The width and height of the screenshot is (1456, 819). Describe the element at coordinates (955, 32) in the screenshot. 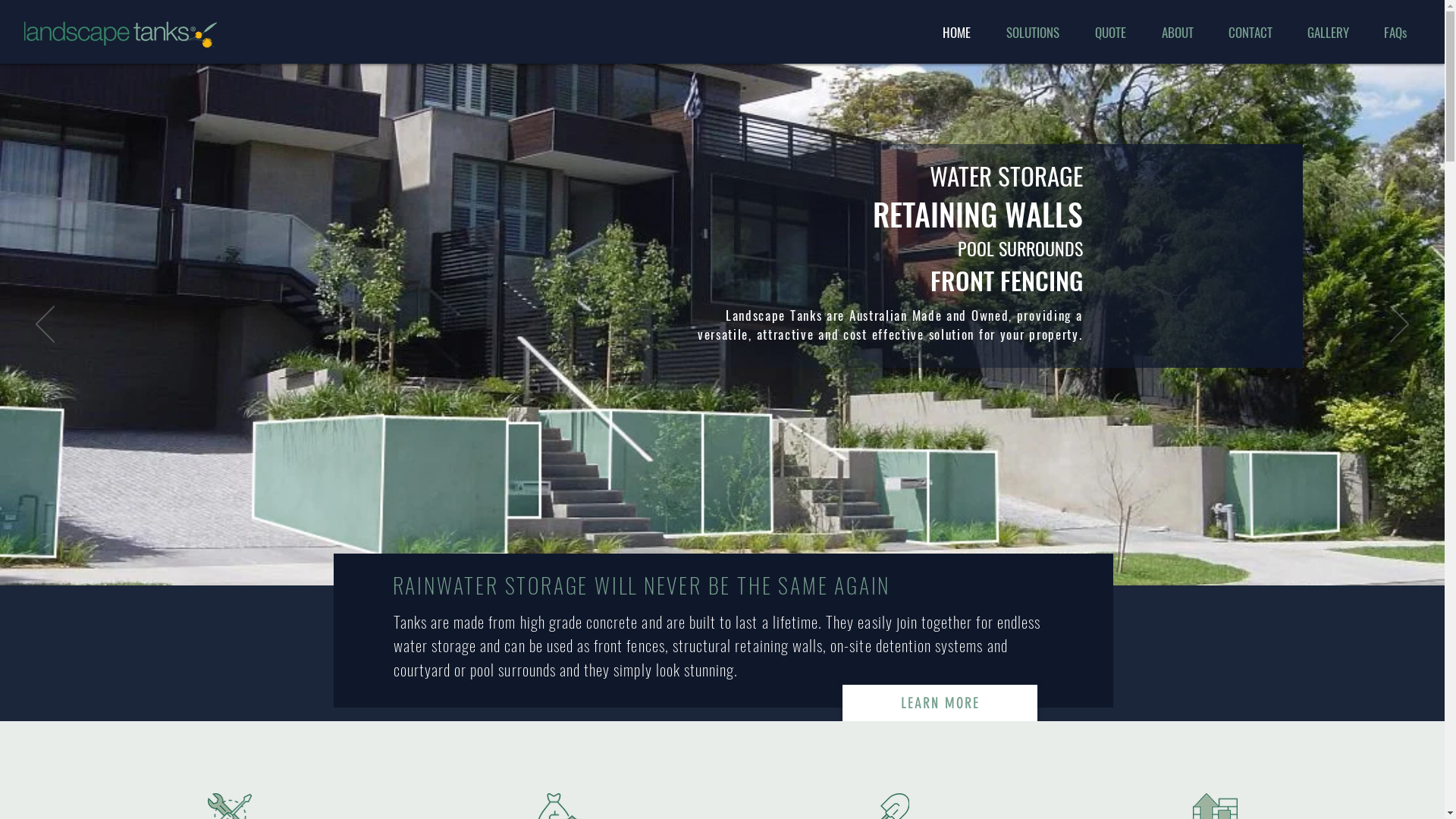

I see `'HOME'` at that location.